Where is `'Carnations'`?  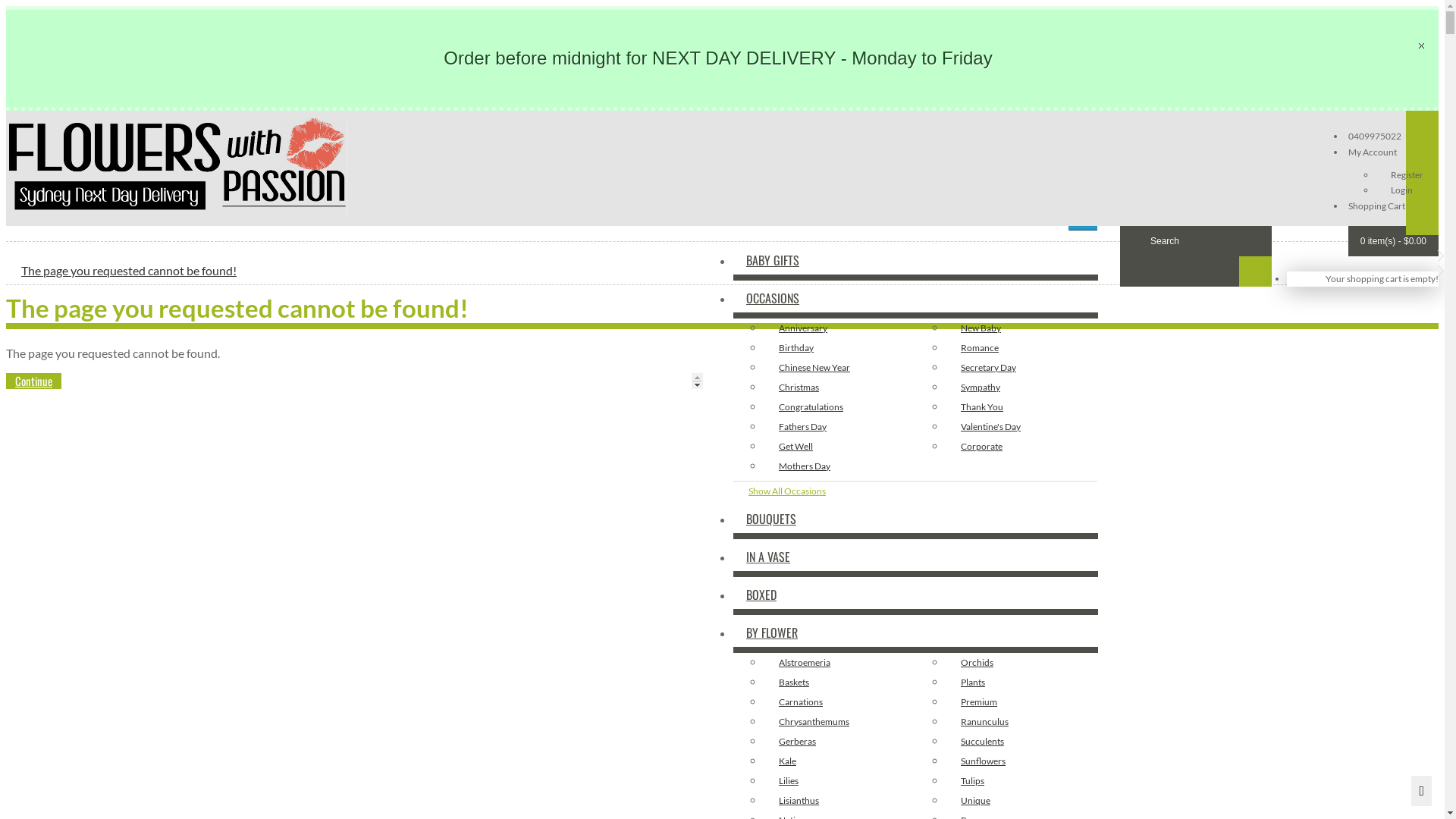 'Carnations' is located at coordinates (839, 701).